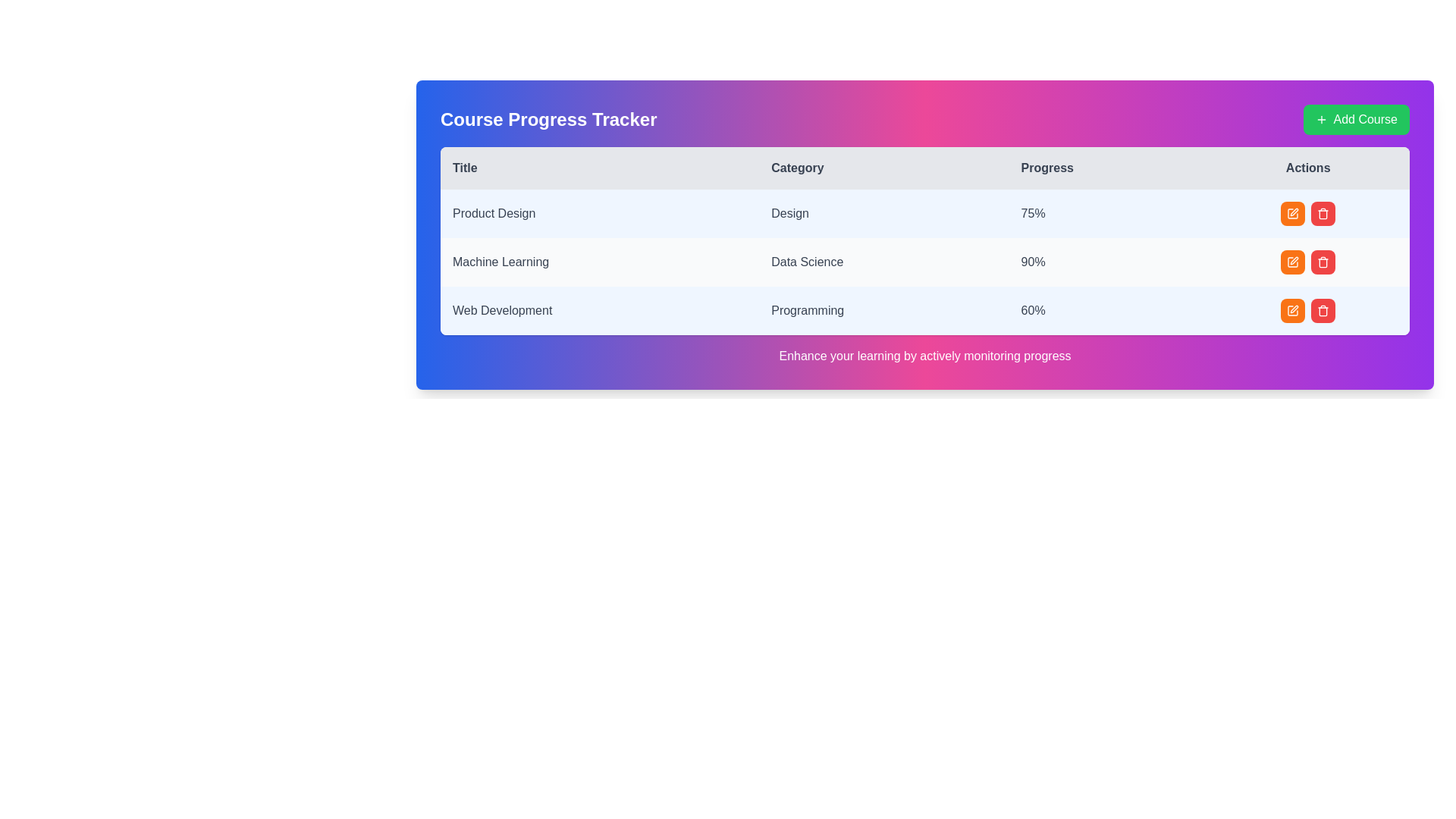  What do you see at coordinates (1307, 309) in the screenshot?
I see `the orange edit button in the Action button group to enter edit mode, located in the 'Actions' column of the 'Web Development' row` at bounding box center [1307, 309].